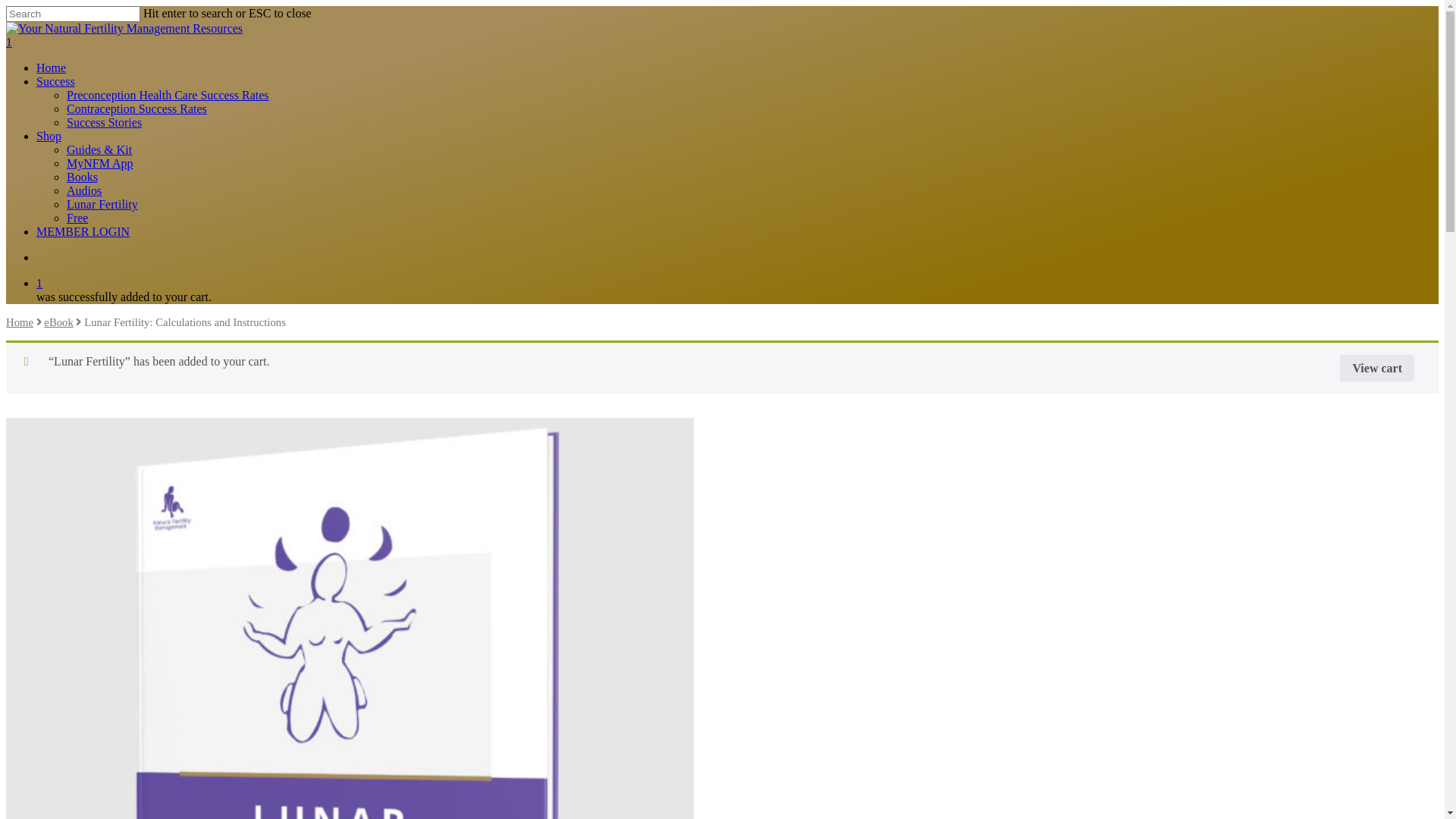  Describe the element at coordinates (721, 42) in the screenshot. I see `'1'` at that location.